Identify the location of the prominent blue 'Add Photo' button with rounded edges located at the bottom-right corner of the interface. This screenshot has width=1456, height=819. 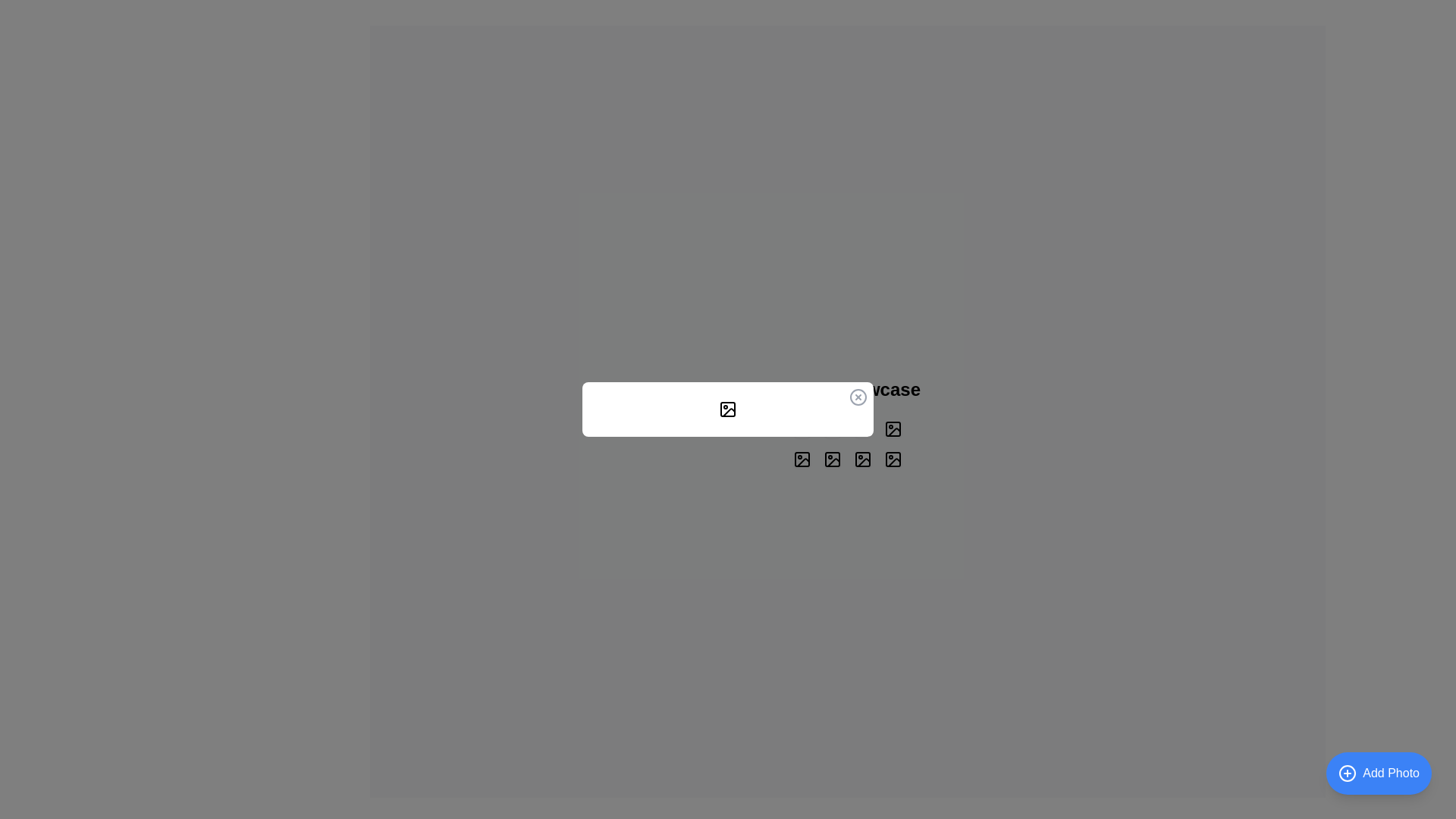
(1379, 773).